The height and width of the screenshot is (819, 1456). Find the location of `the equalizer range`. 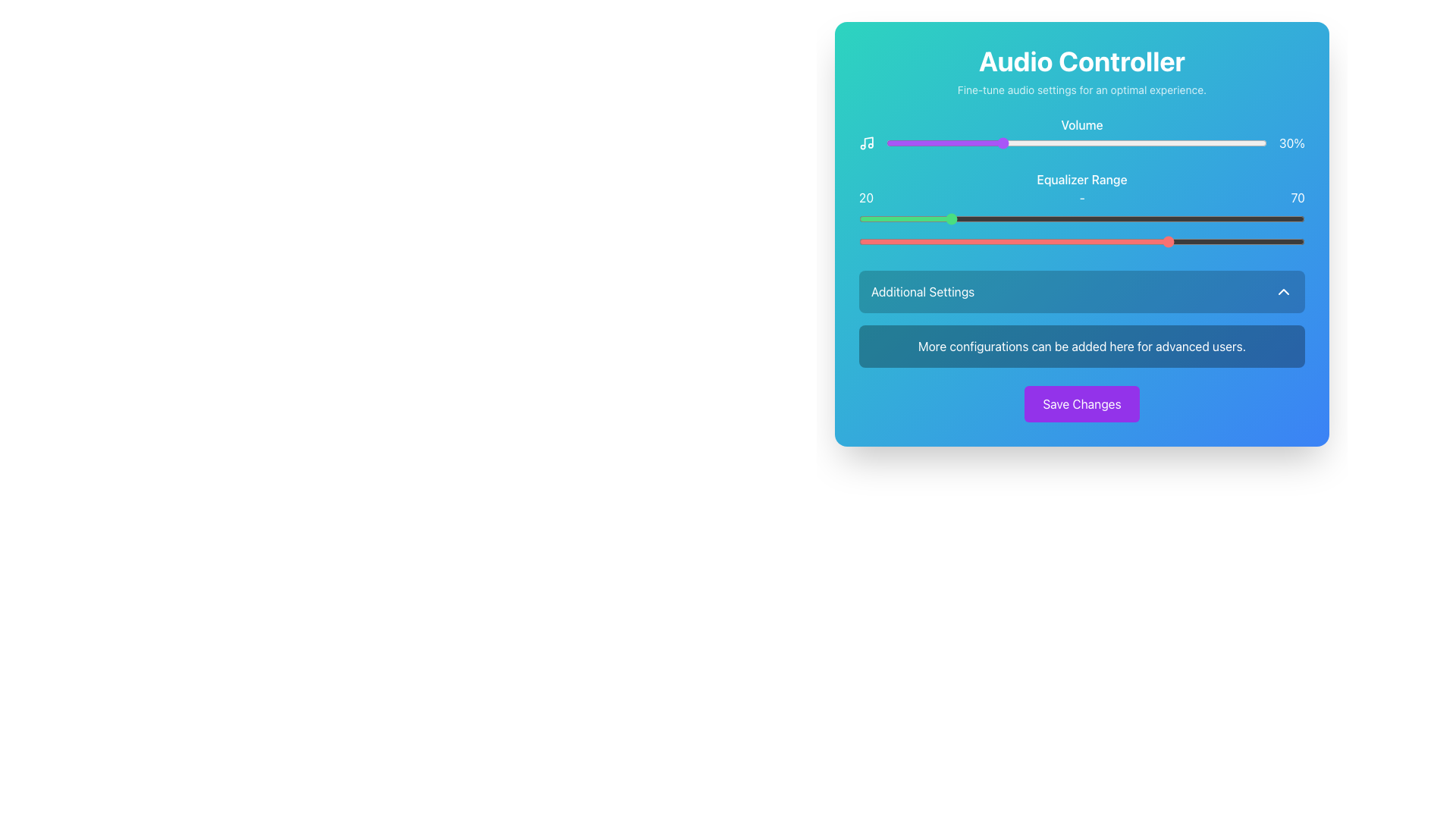

the equalizer range is located at coordinates (1131, 241).